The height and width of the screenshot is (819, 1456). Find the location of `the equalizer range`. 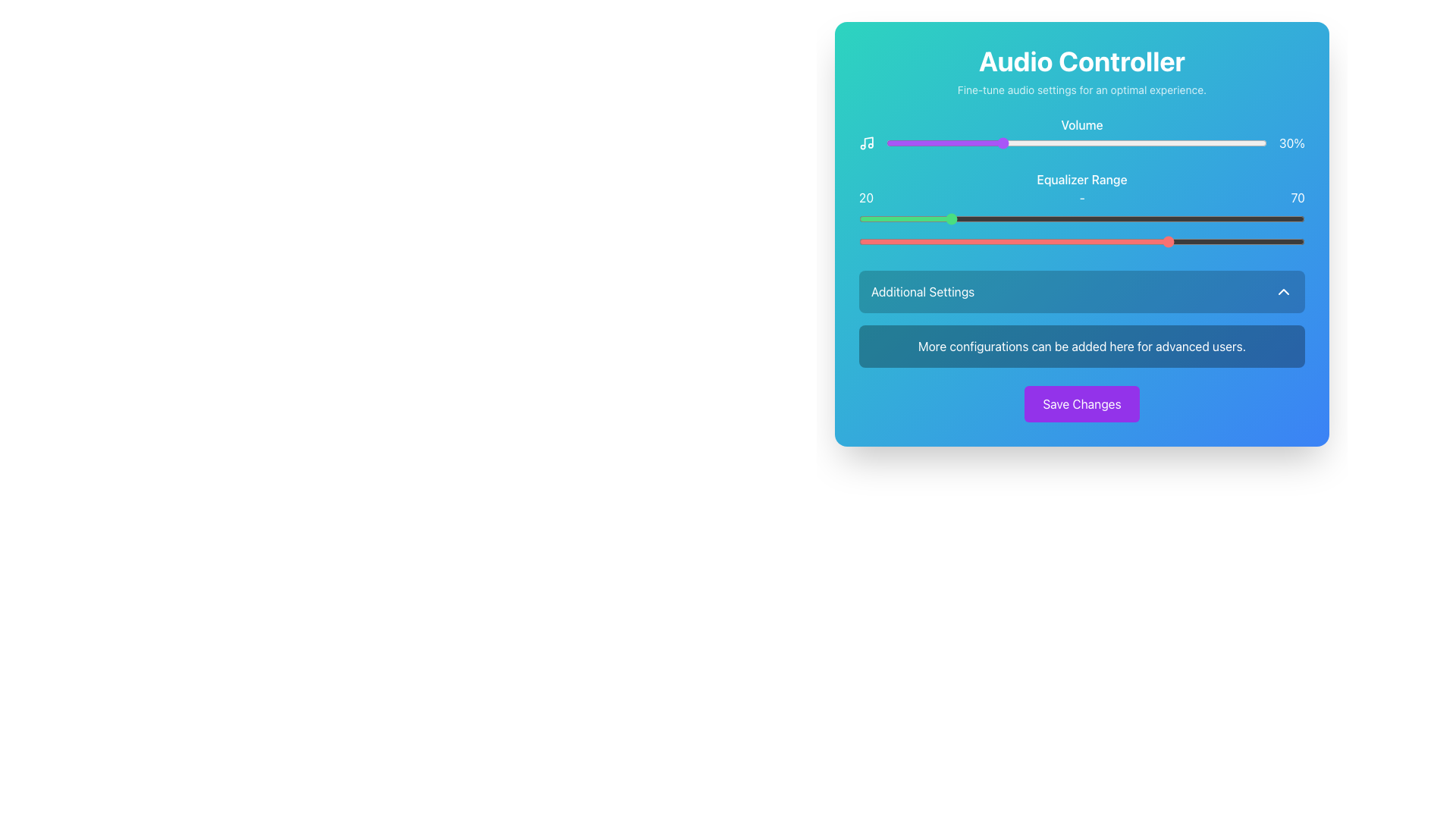

the equalizer range is located at coordinates (1131, 241).